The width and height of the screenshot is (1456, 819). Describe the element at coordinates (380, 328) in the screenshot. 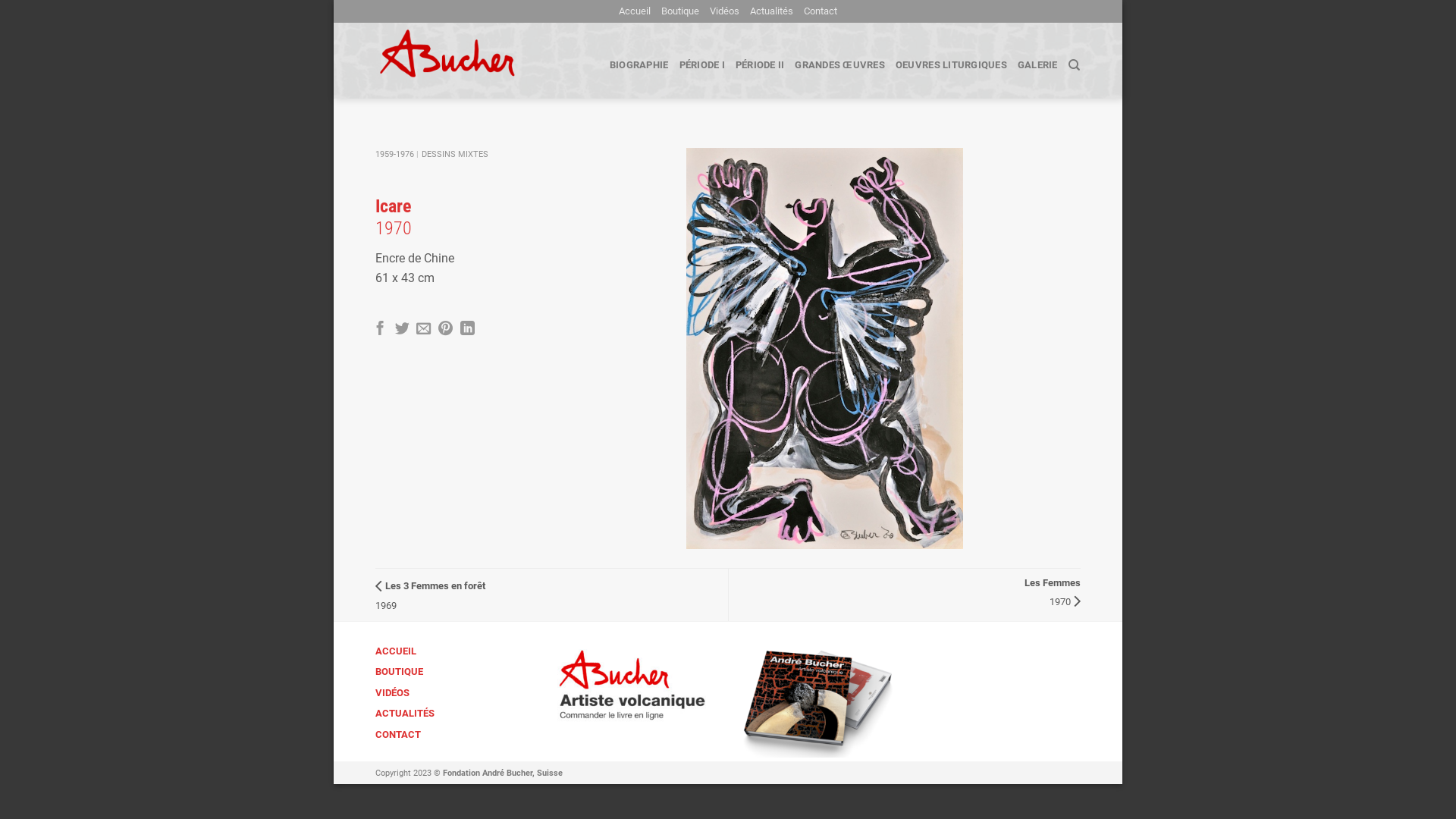

I see `'Partager sur Facebook'` at that location.